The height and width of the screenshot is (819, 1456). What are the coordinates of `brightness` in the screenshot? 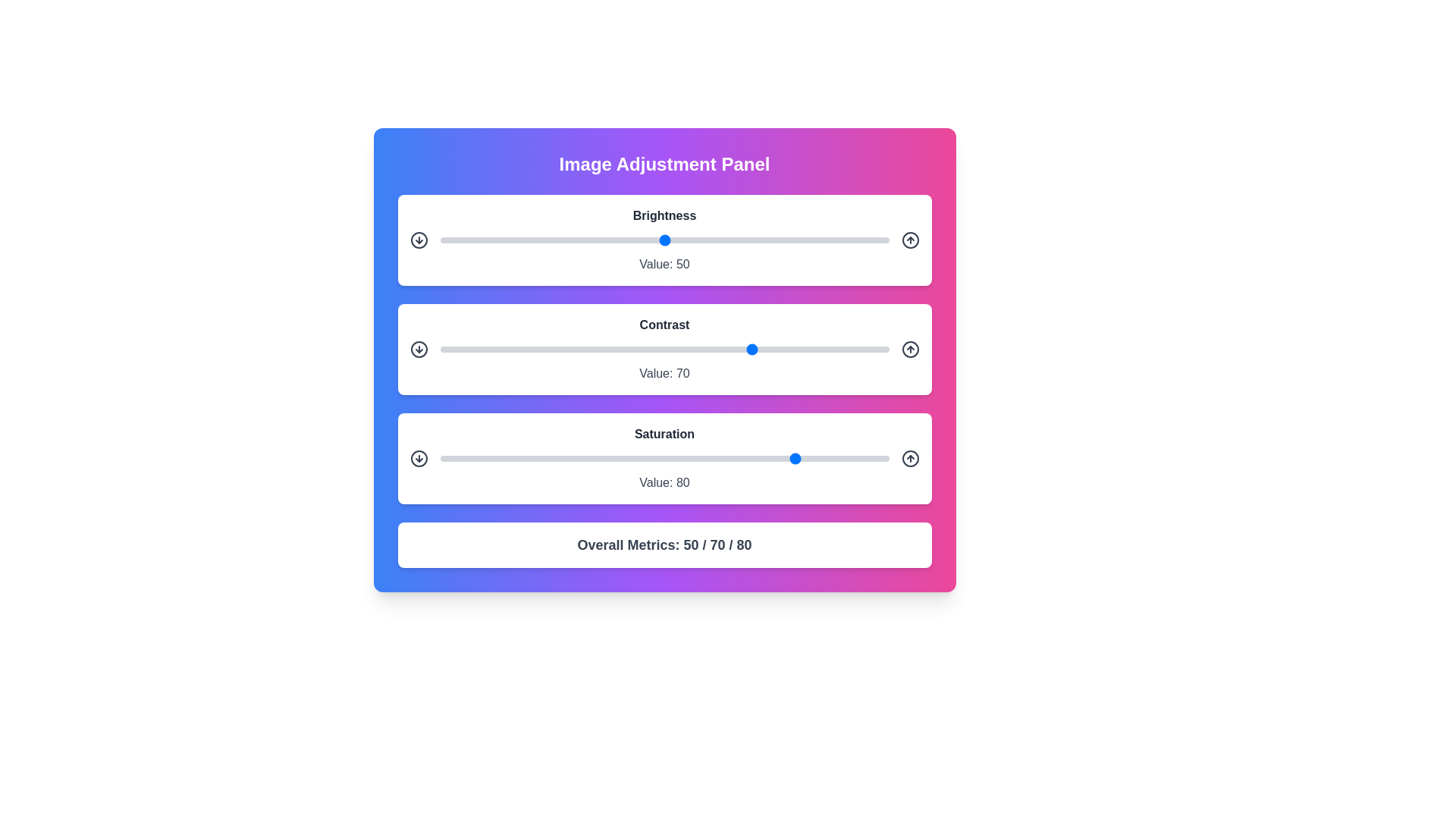 It's located at (677, 239).